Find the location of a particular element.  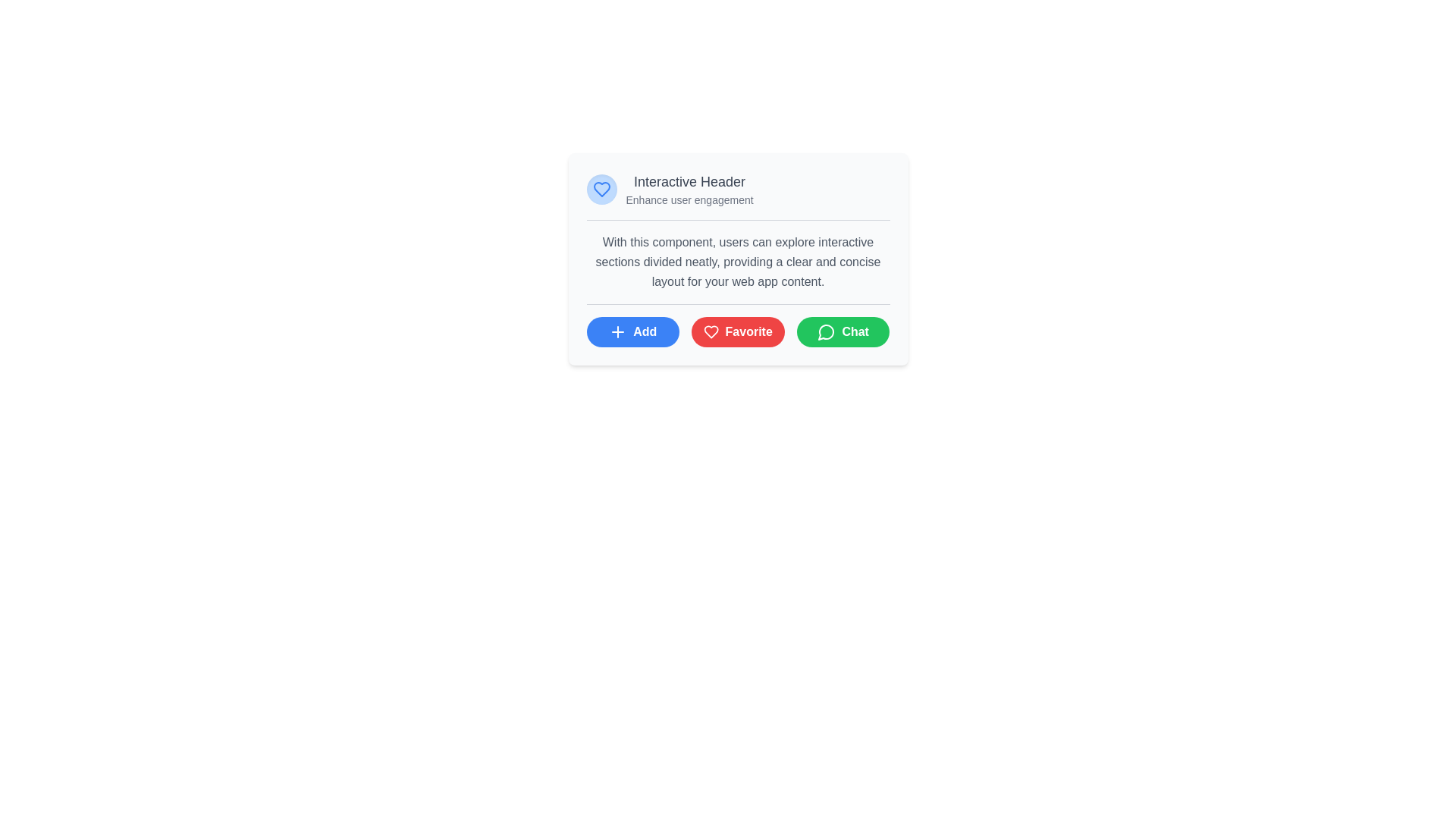

explanatory text block located below the horizontal separator and above the action buttons in the card with a white background and rounded edges is located at coordinates (738, 262).